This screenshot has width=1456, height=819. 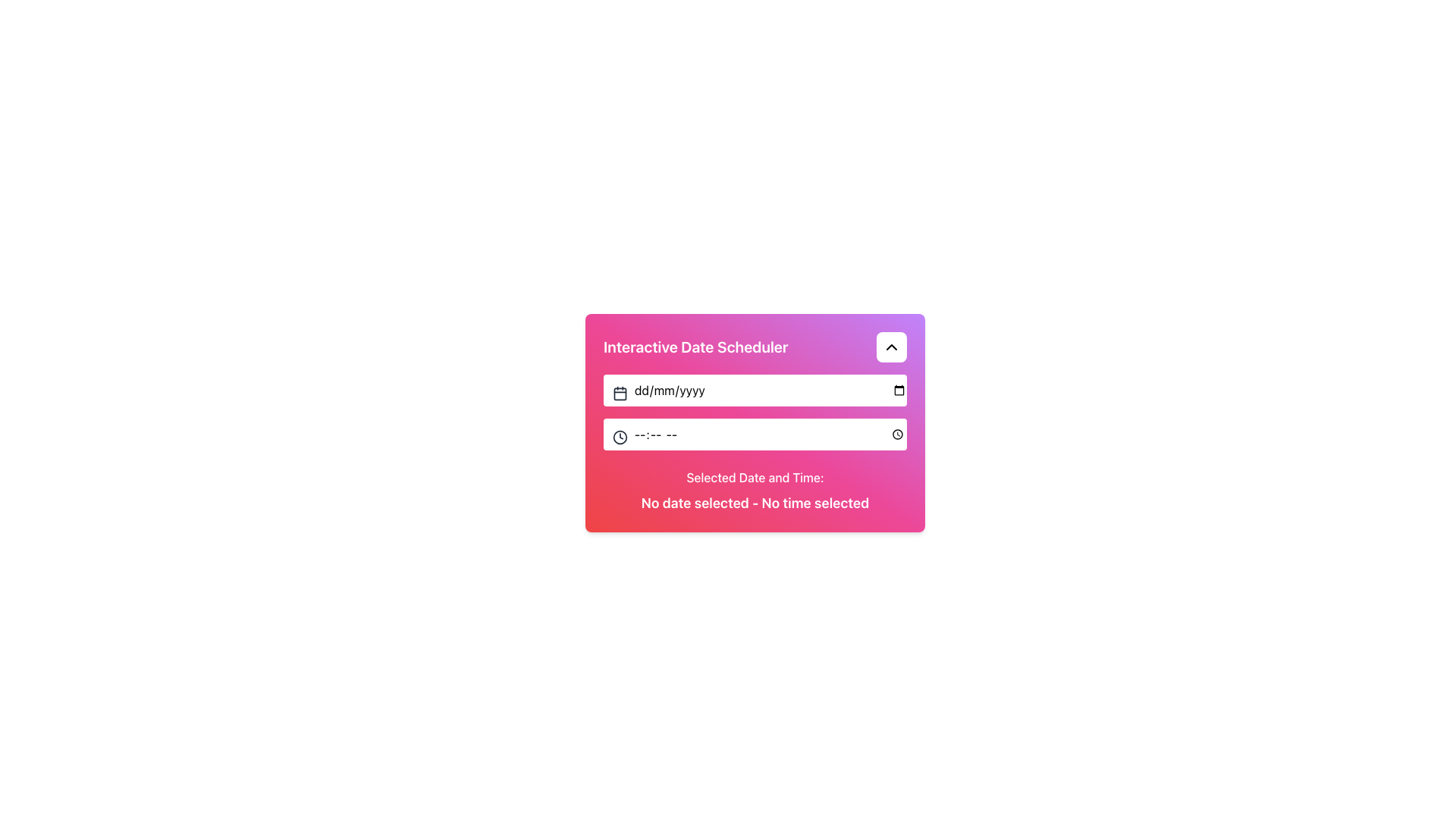 What do you see at coordinates (892, 347) in the screenshot?
I see `the square button with a white background and black text/icon, which features an upward-facing chevron icon, located at the right end of the header of the 'Interactive Date Scheduler' widget to minimize or collapse the section` at bounding box center [892, 347].